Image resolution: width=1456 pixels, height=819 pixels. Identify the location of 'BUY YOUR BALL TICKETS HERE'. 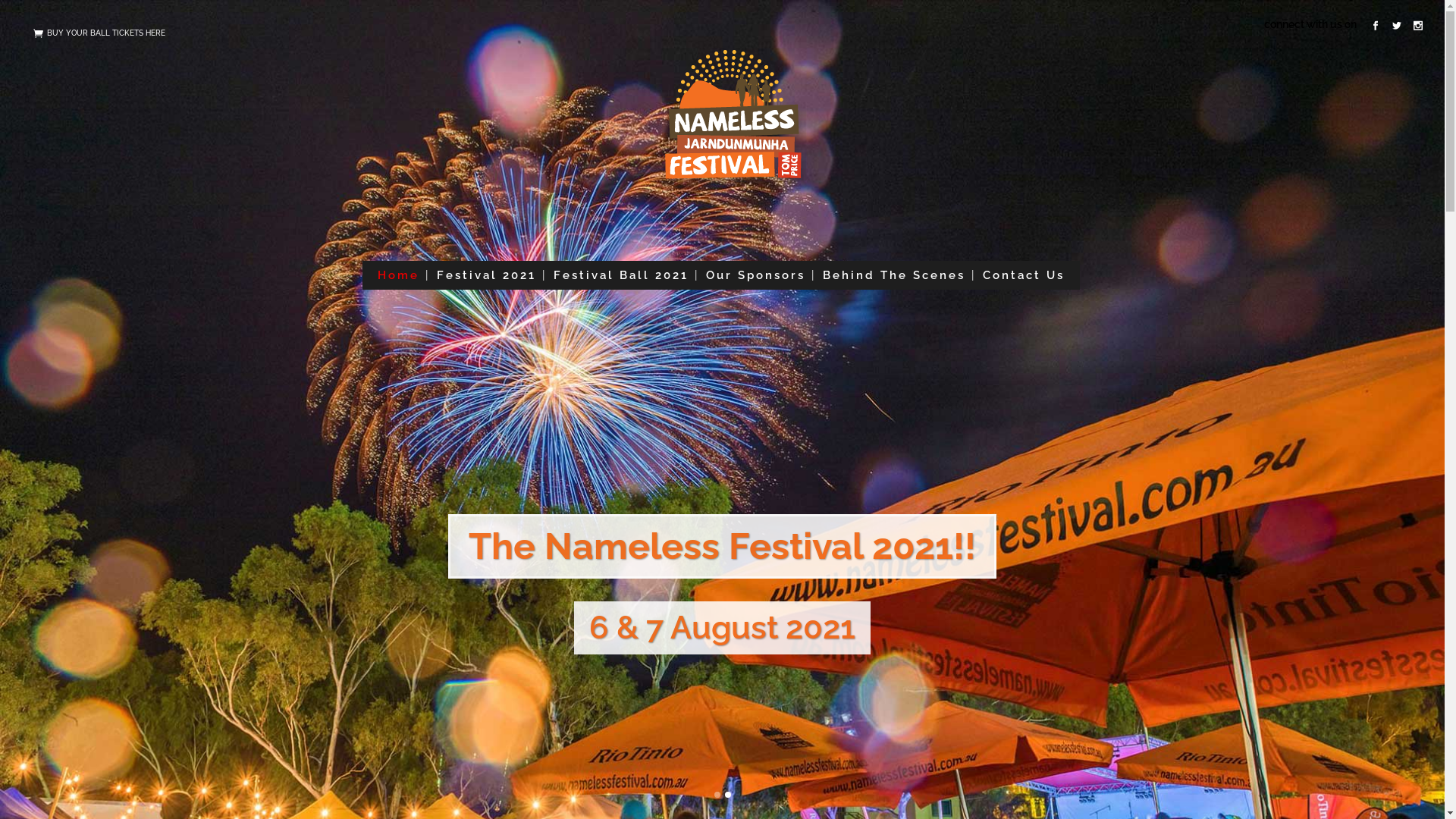
(105, 31).